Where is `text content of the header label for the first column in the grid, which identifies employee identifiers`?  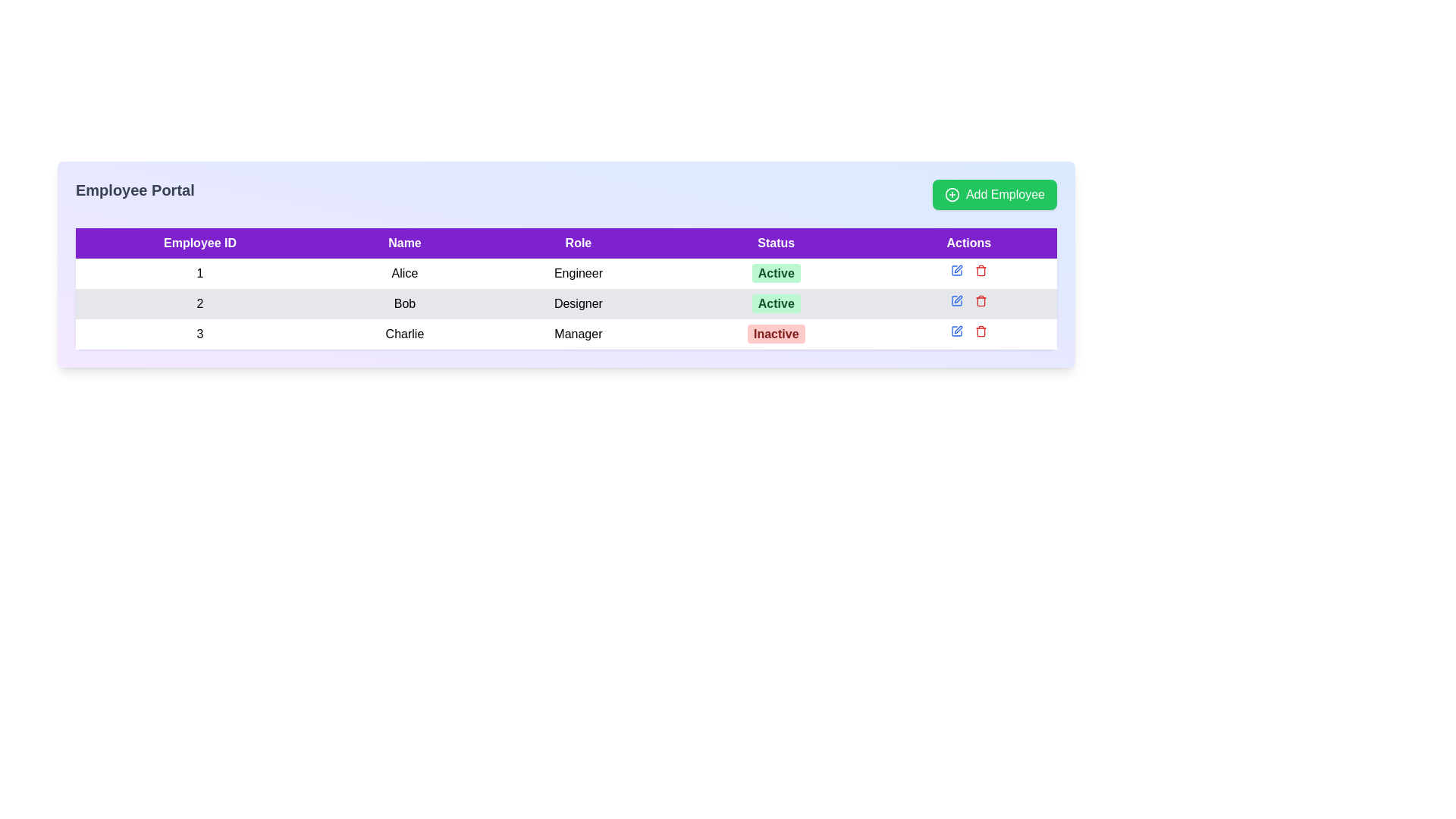 text content of the header label for the first column in the grid, which identifies employee identifiers is located at coordinates (199, 242).